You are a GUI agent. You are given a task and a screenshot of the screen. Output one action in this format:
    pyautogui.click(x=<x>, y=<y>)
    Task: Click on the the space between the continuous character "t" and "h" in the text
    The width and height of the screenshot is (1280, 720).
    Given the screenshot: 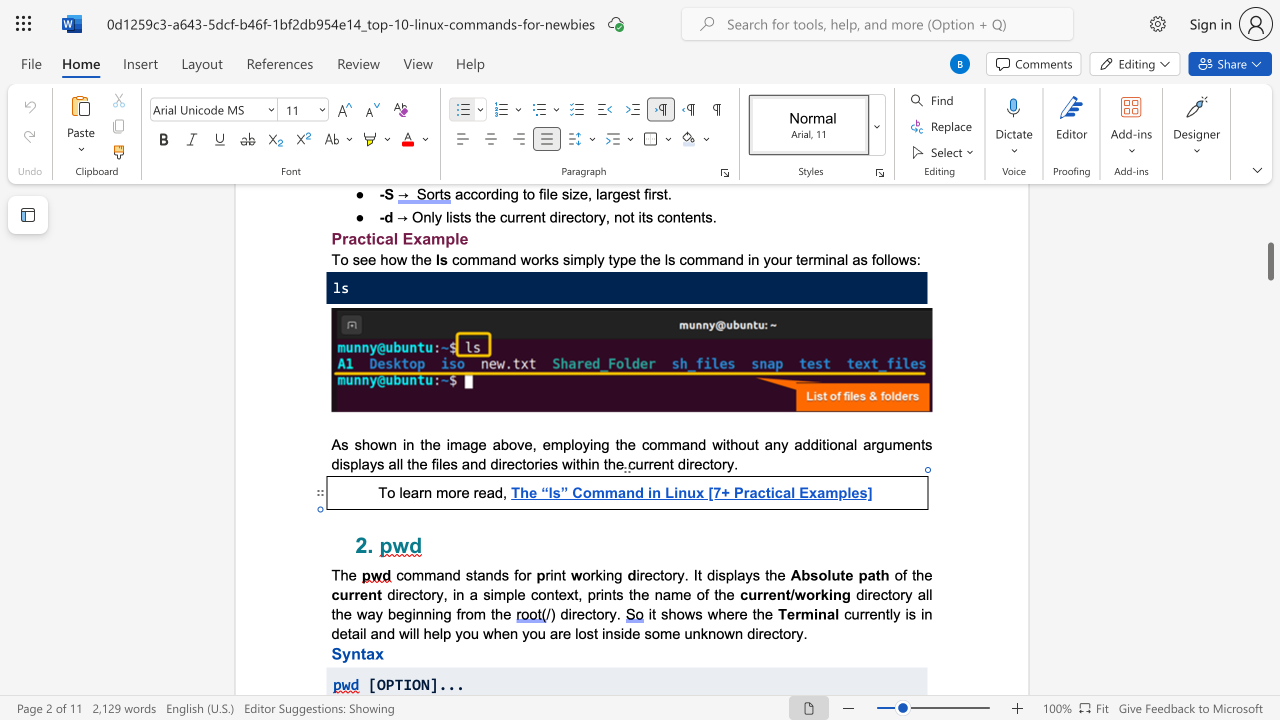 What is the action you would take?
    pyautogui.click(x=769, y=575)
    